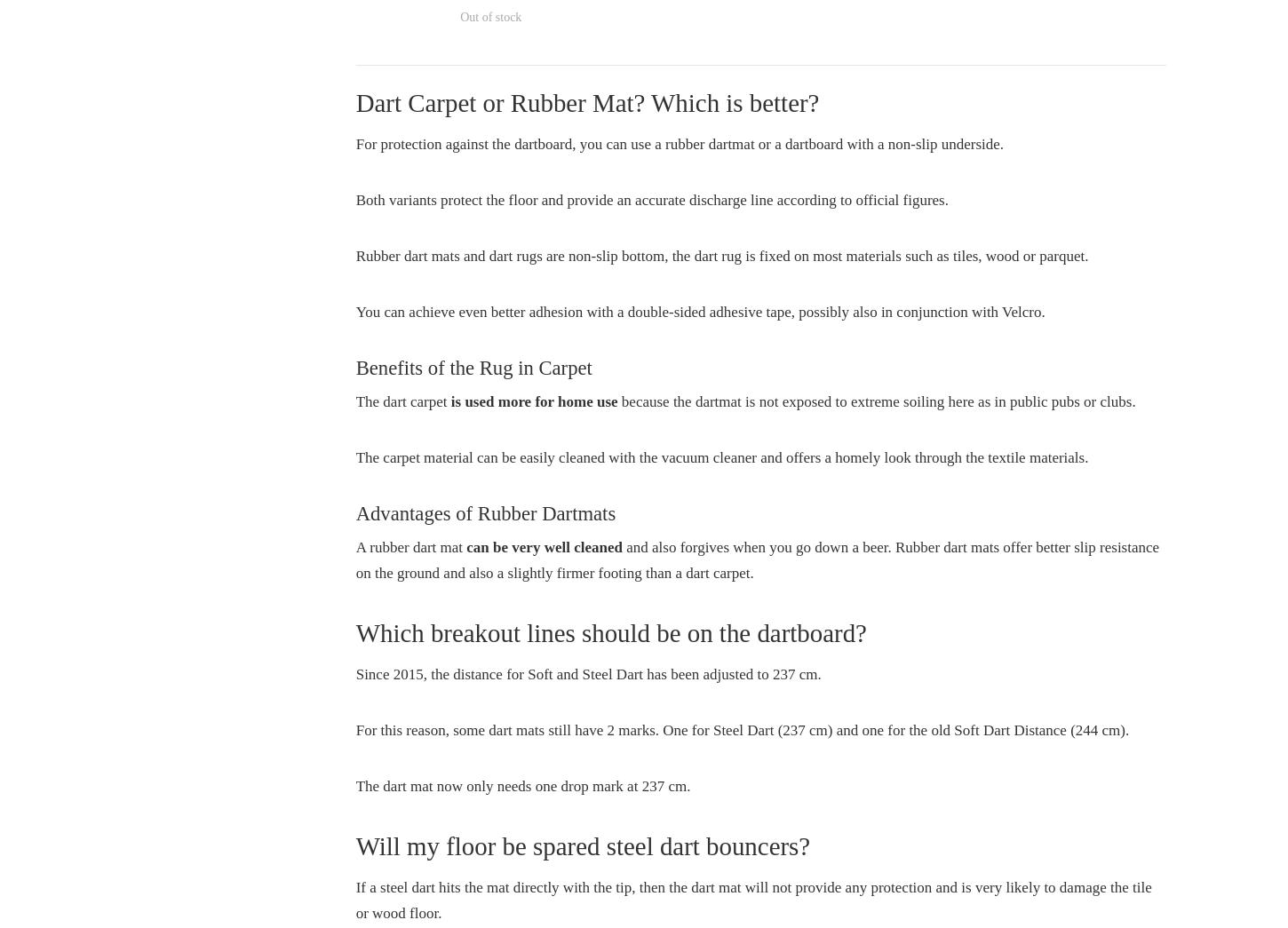  Describe the element at coordinates (651, 200) in the screenshot. I see `'Both variants protect the floor and provide an accurate discharge line according to official figures.'` at that location.